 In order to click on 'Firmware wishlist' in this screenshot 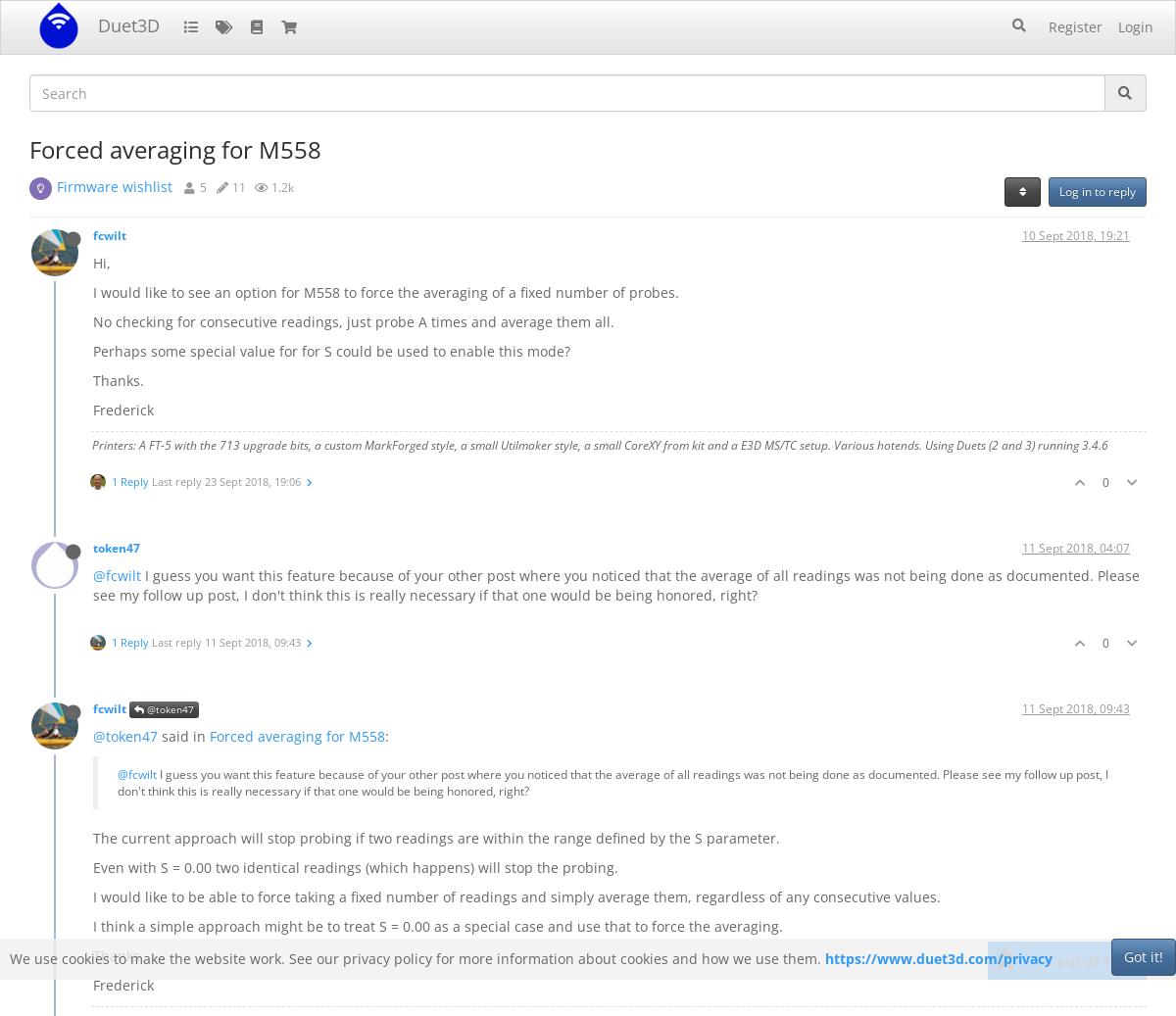, I will do `click(115, 185)`.